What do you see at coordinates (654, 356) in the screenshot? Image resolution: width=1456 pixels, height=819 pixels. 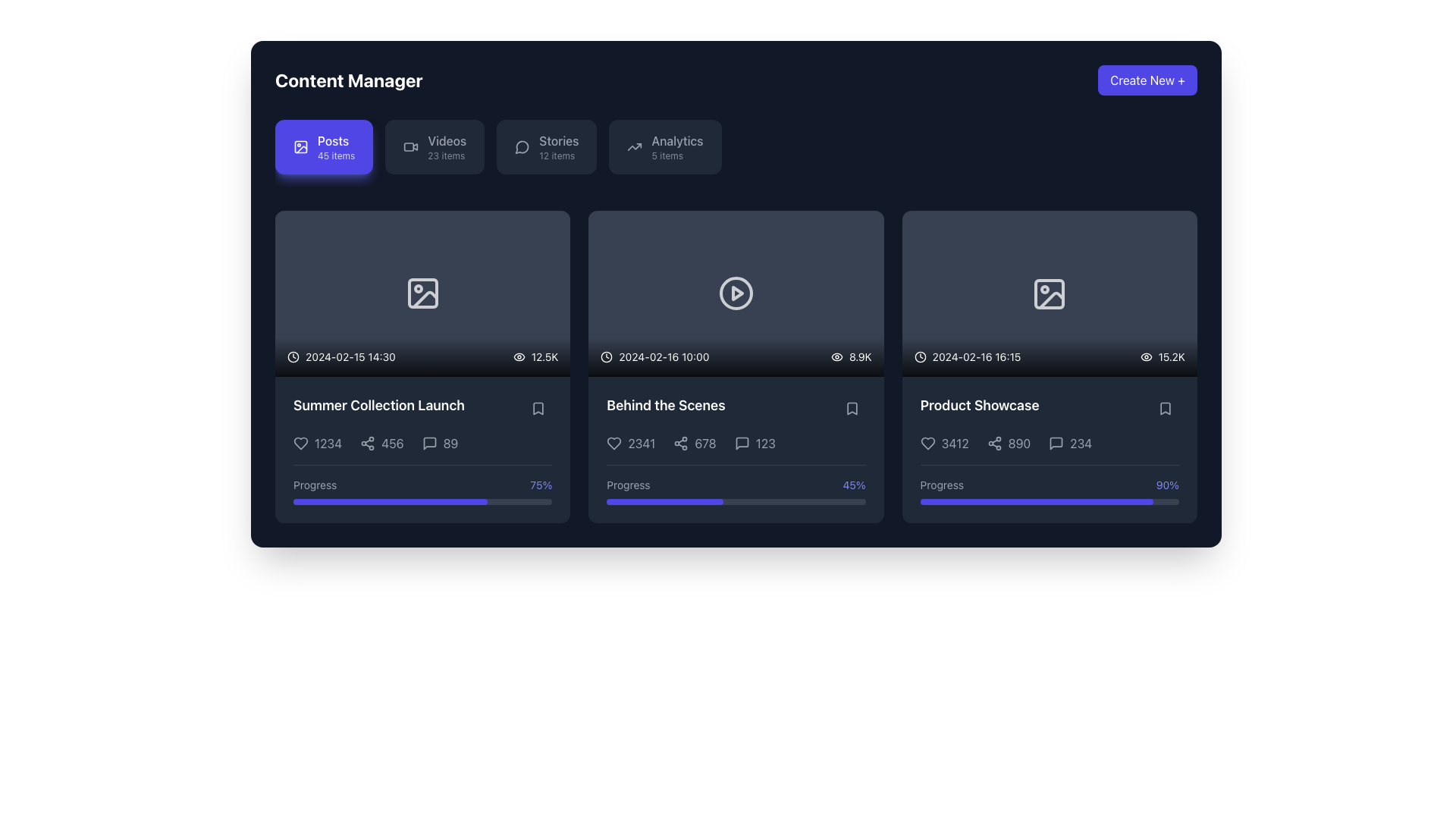 I see `the static text displaying the scheduled date and time for the content in the second card from the left` at bounding box center [654, 356].